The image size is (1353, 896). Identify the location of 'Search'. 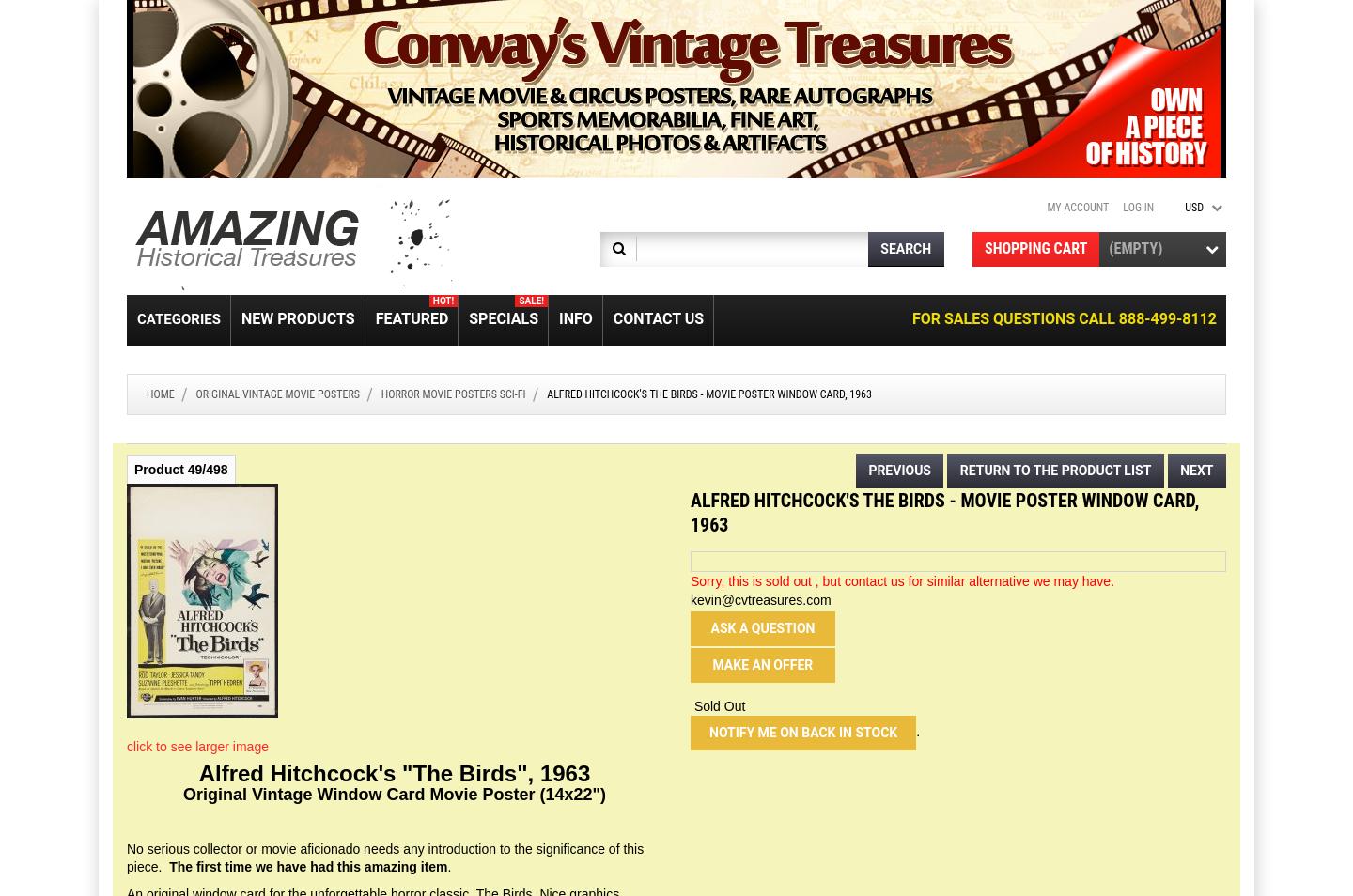
(904, 249).